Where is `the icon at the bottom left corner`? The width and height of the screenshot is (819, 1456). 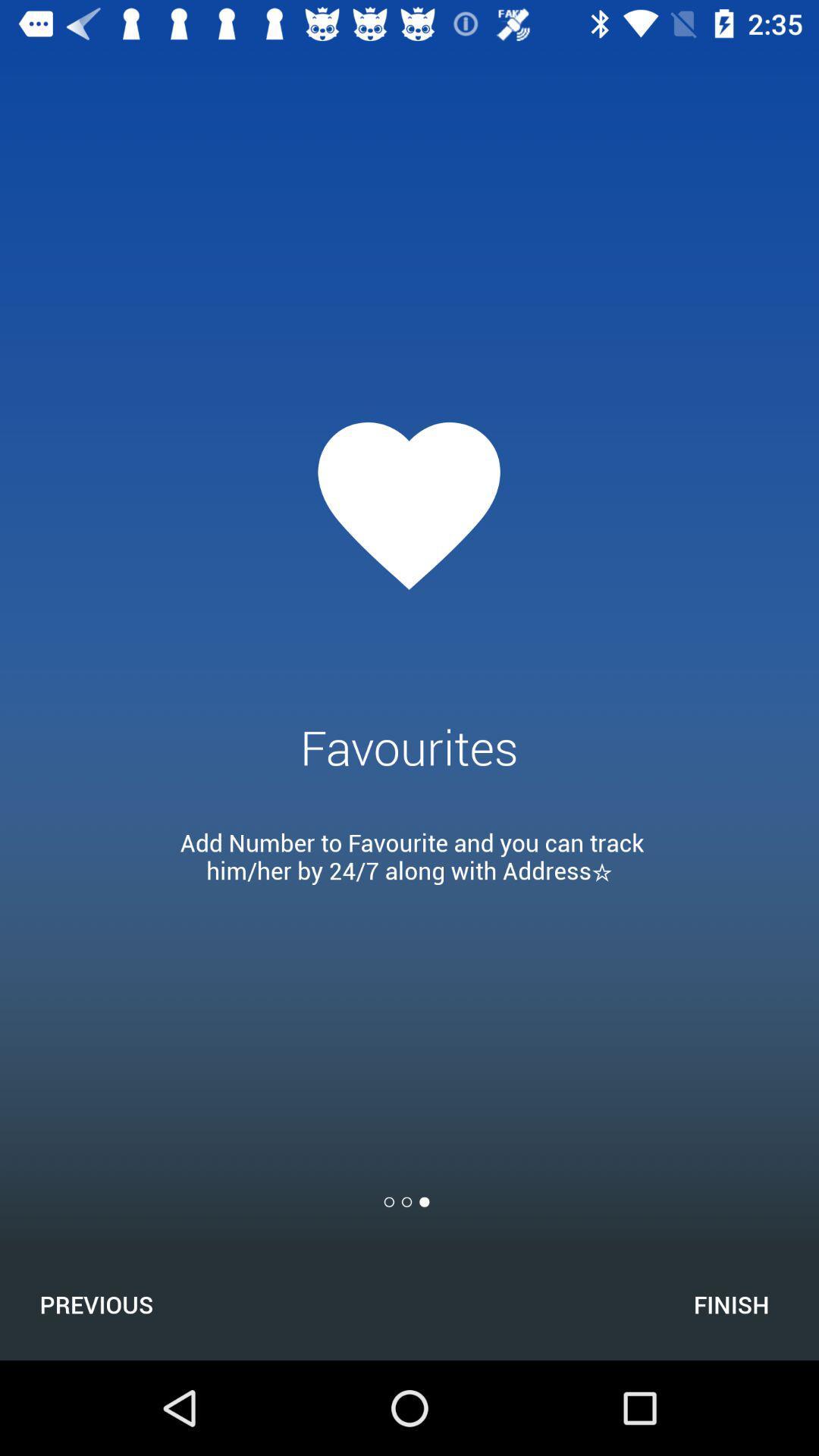
the icon at the bottom left corner is located at coordinates (96, 1304).